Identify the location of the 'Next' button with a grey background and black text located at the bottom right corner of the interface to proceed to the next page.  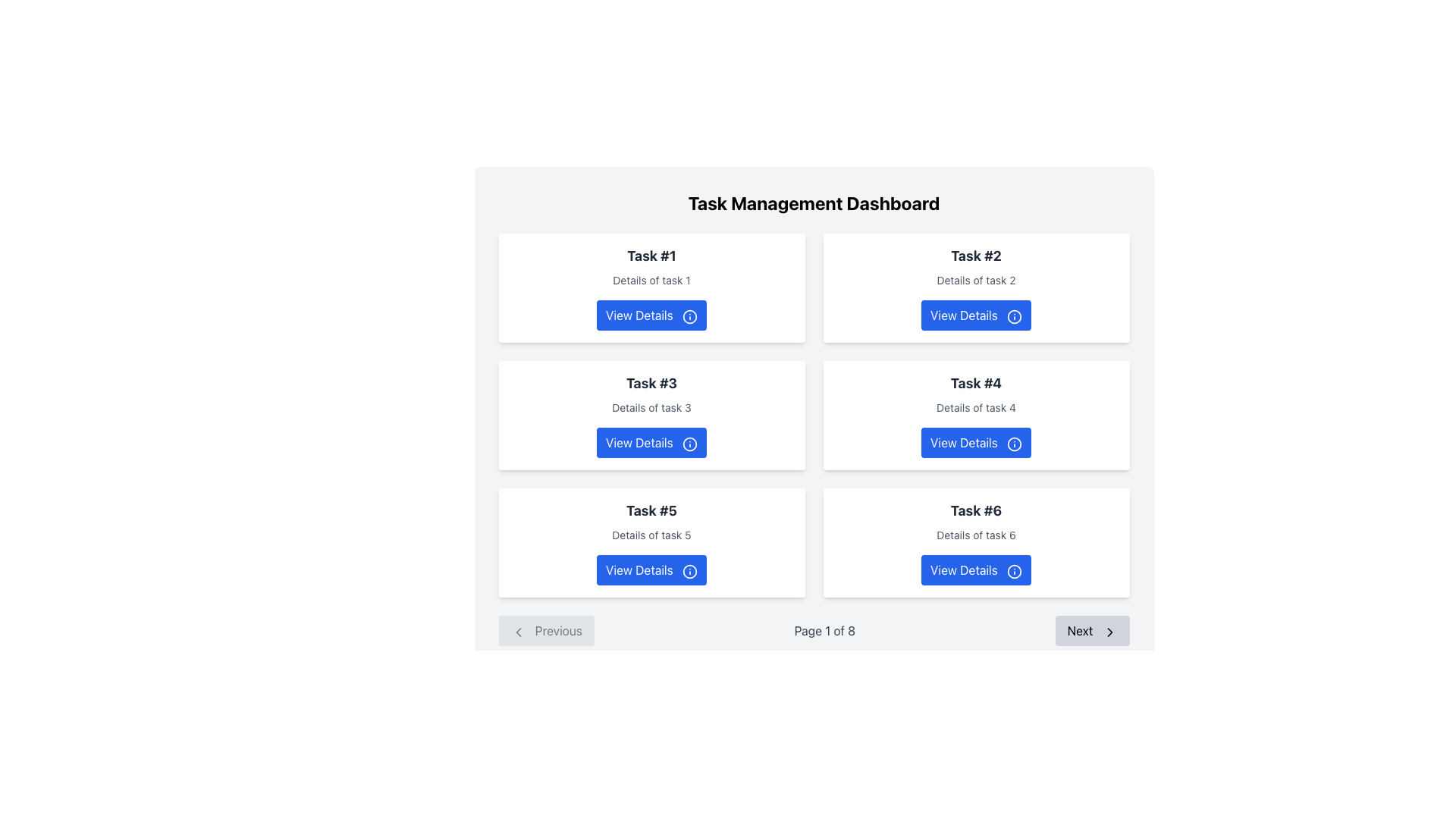
(1092, 631).